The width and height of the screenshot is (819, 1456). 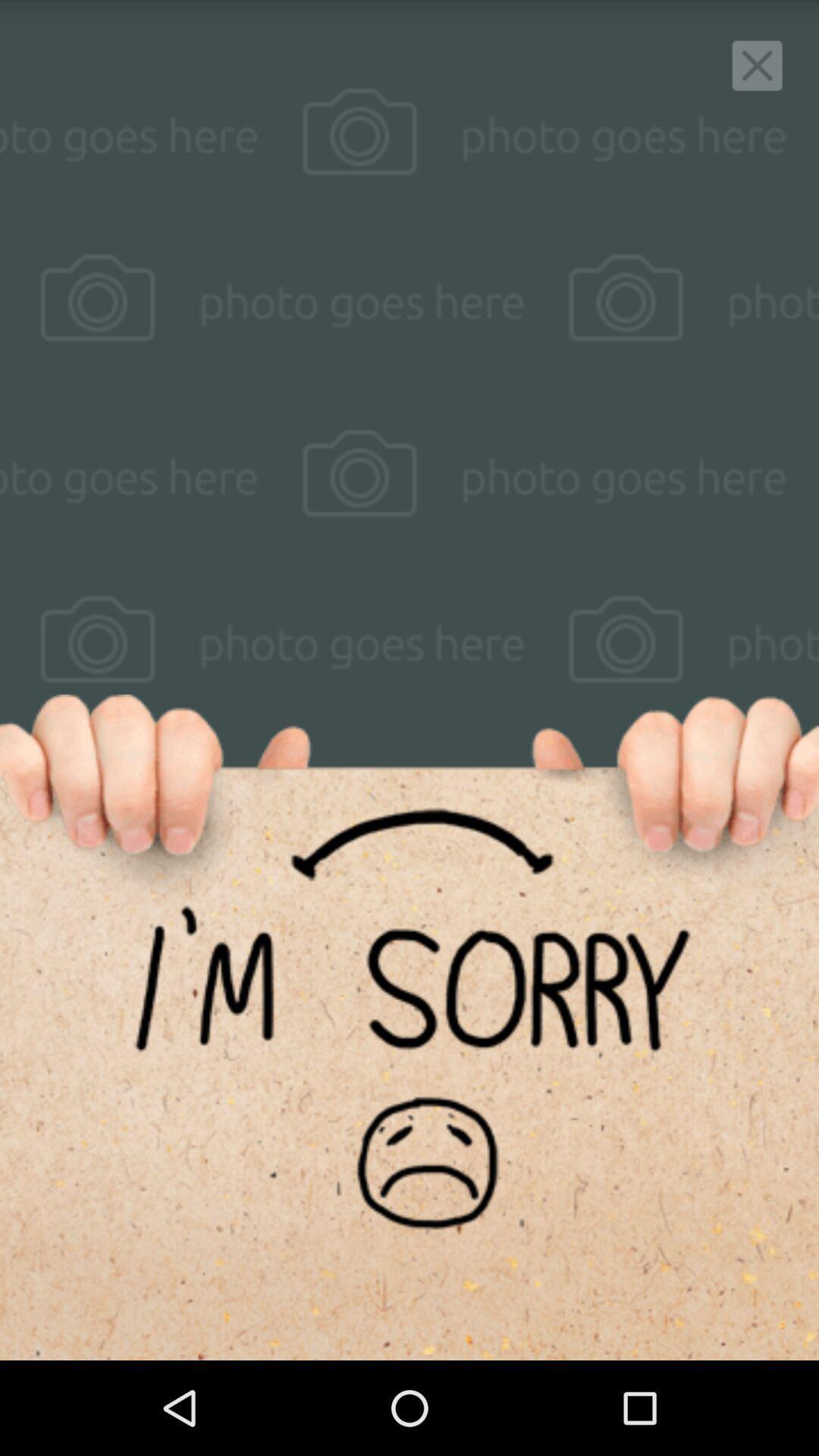 I want to click on close oppsens, so click(x=757, y=64).